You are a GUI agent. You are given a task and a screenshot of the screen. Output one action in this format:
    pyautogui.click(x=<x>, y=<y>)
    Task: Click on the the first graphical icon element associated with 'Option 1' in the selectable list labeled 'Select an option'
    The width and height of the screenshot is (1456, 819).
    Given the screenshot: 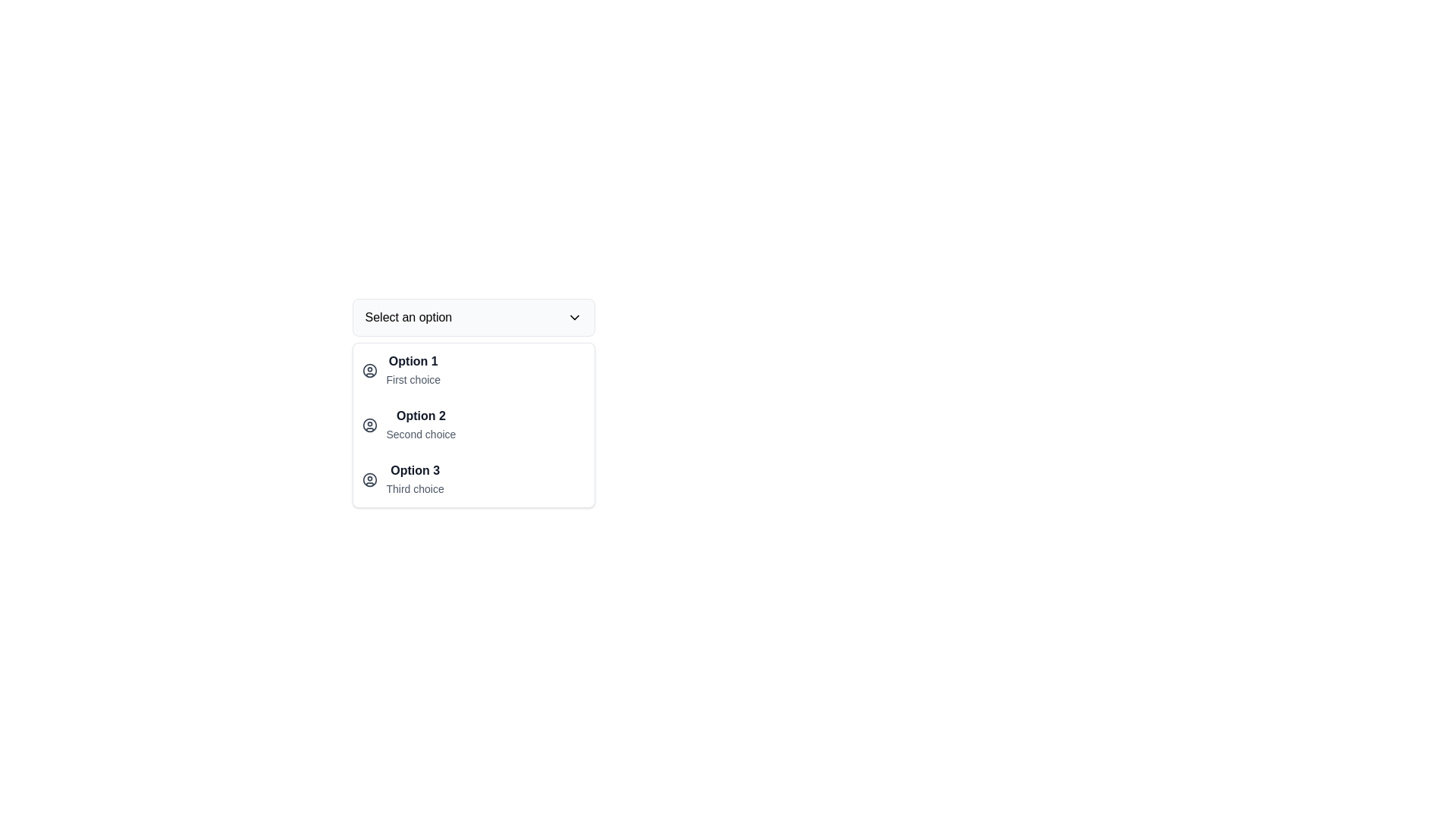 What is the action you would take?
    pyautogui.click(x=369, y=371)
    